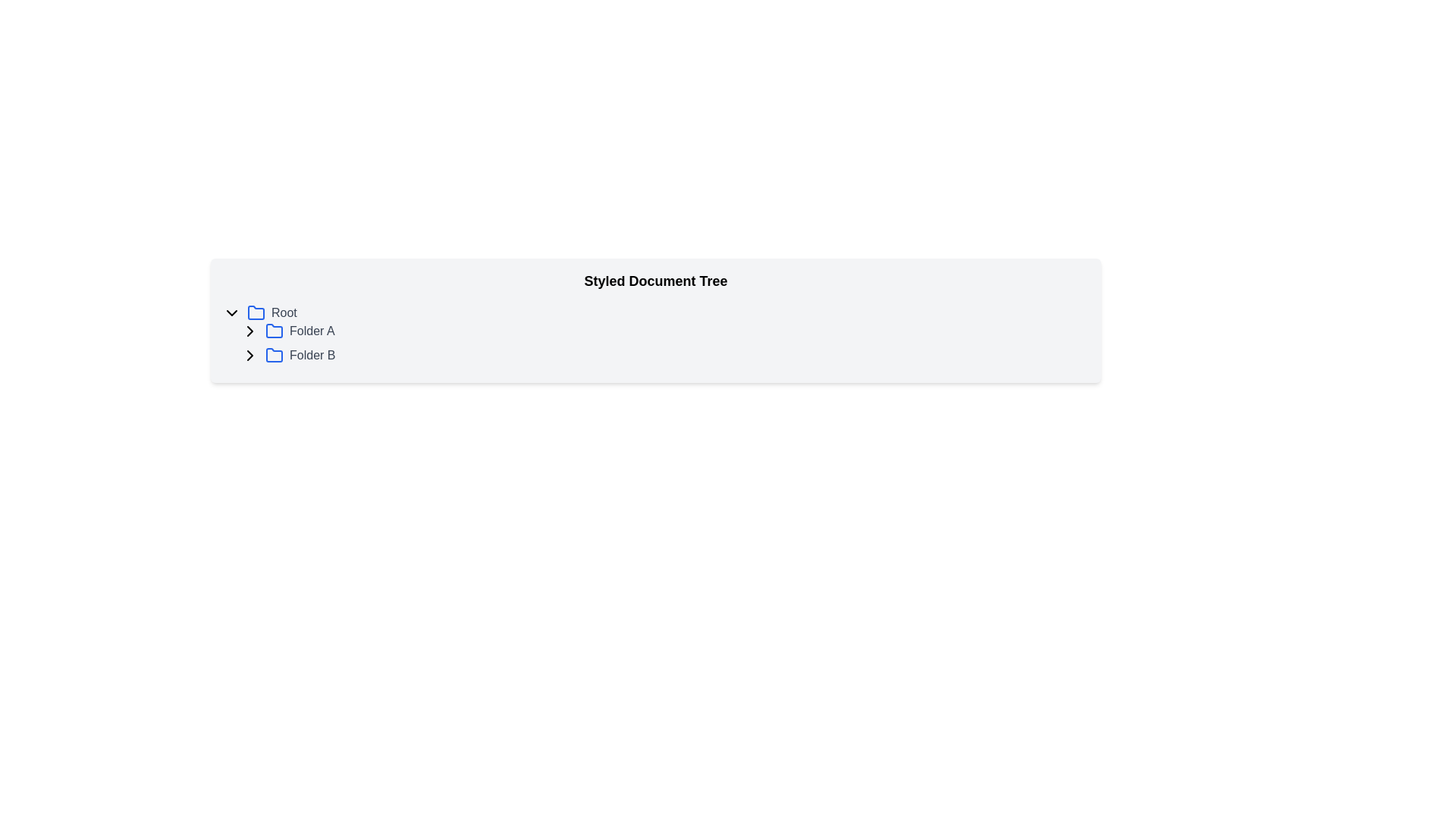 This screenshot has width=1456, height=819. I want to click on the right-pointing arrow icon (chevron) located to the left of the 'Folder A' label, so click(250, 356).